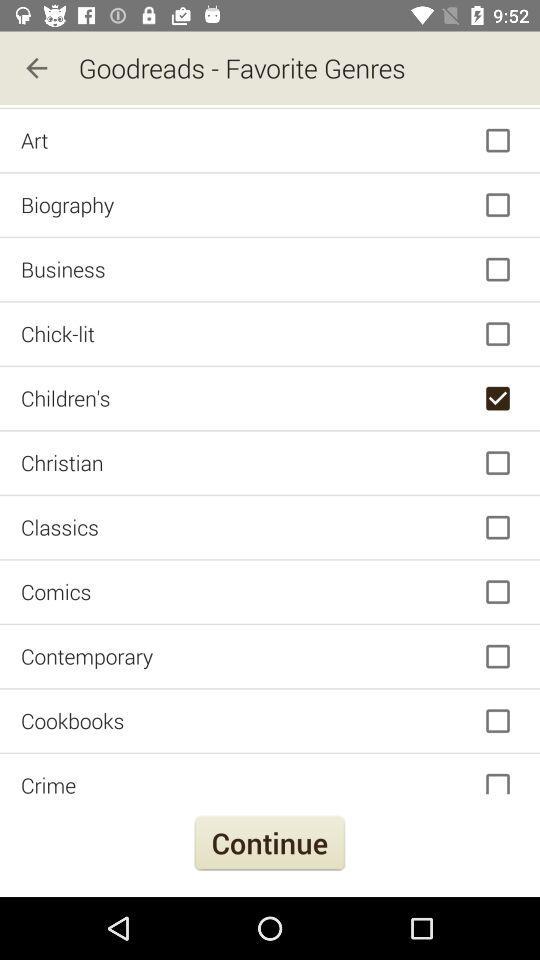 This screenshot has height=960, width=540. What do you see at coordinates (270, 334) in the screenshot?
I see `the icon above the children's icon` at bounding box center [270, 334].